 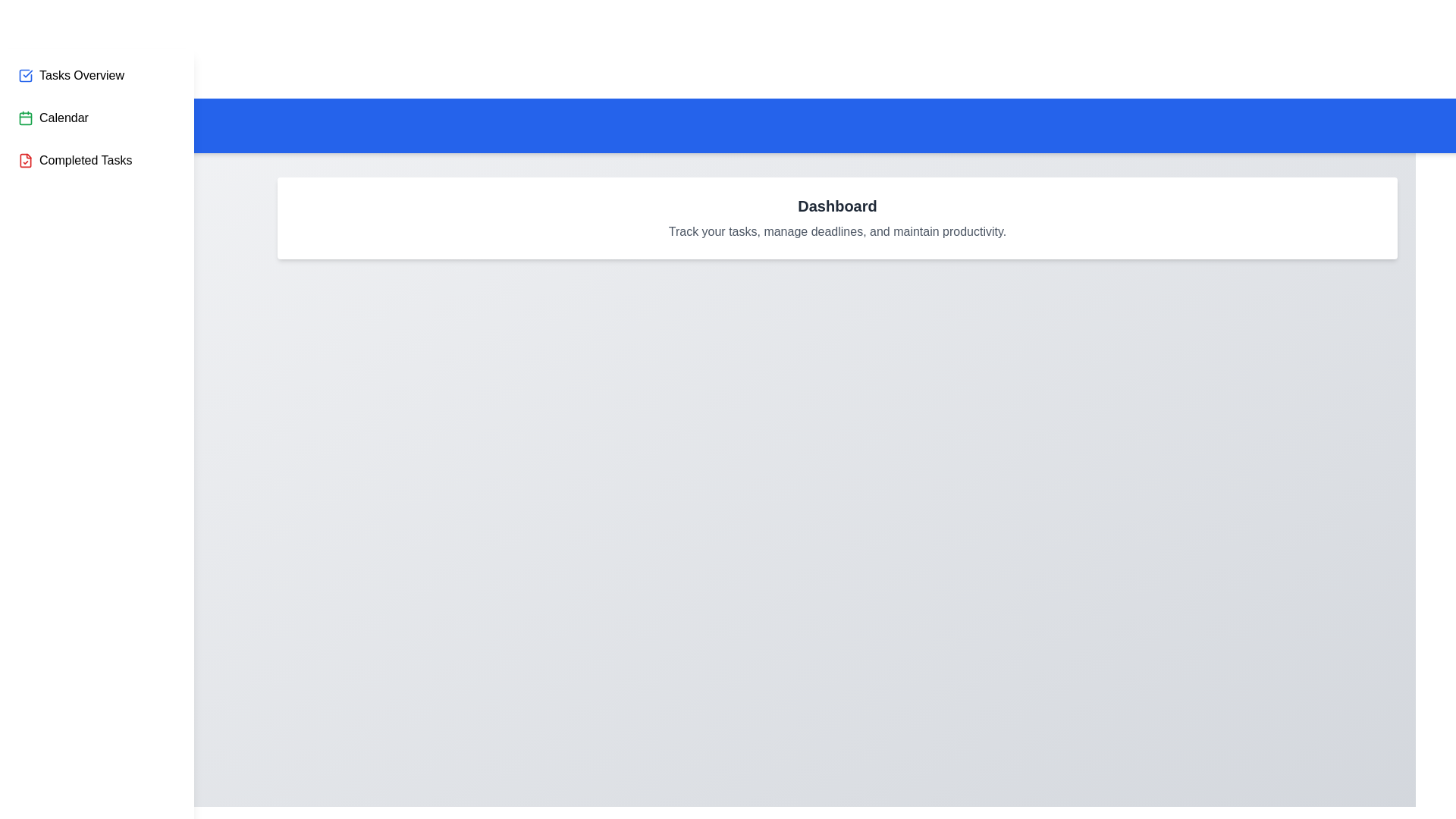 What do you see at coordinates (71, 76) in the screenshot?
I see `the 'Tasks Overview' button which is the first item in the vertical list on the left-hand side of the interface, featuring a blue checkmark icon and black text` at bounding box center [71, 76].